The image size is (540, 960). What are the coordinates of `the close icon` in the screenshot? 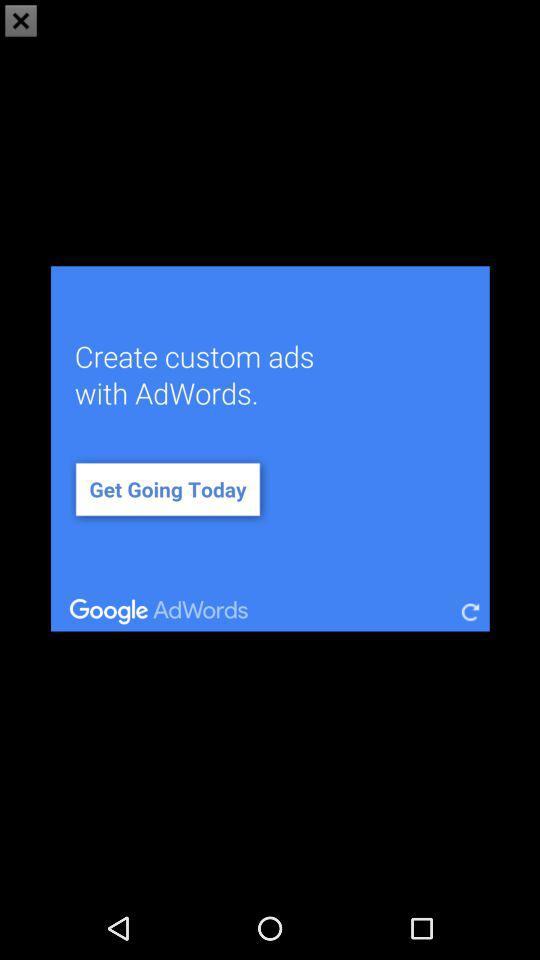 It's located at (20, 21).